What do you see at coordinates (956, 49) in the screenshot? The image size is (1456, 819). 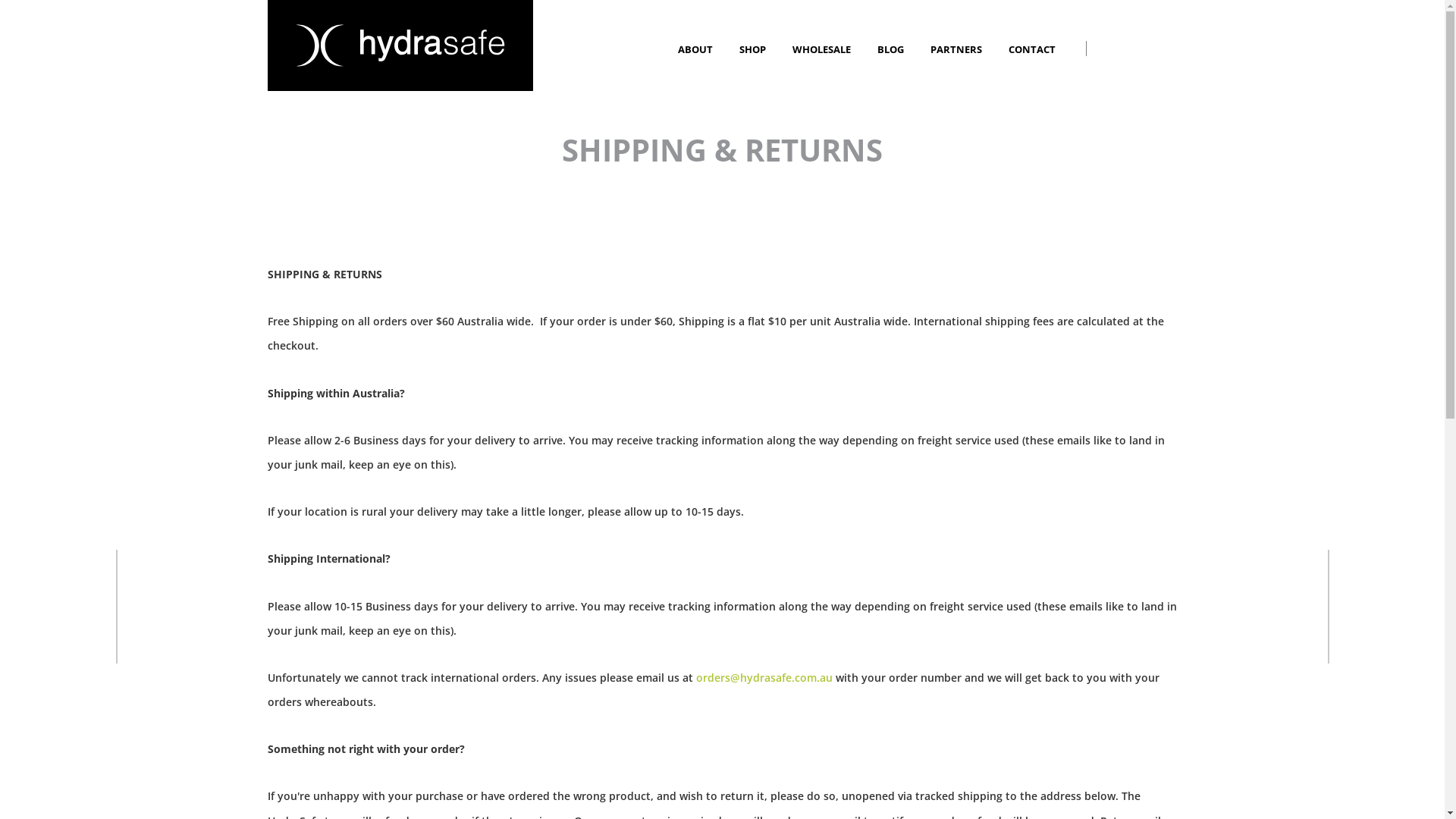 I see `'PARTNERS'` at bounding box center [956, 49].